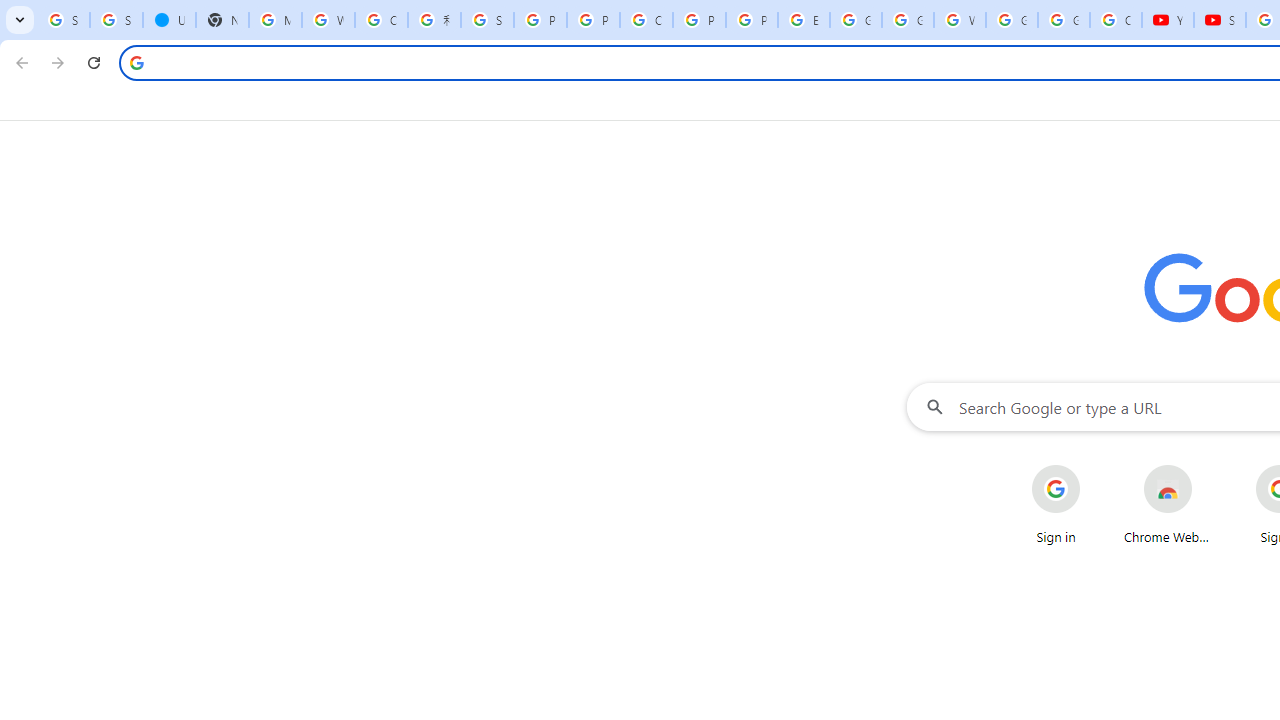 The width and height of the screenshot is (1280, 720). Describe the element at coordinates (1168, 504) in the screenshot. I see `'Chrome Web Store'` at that location.